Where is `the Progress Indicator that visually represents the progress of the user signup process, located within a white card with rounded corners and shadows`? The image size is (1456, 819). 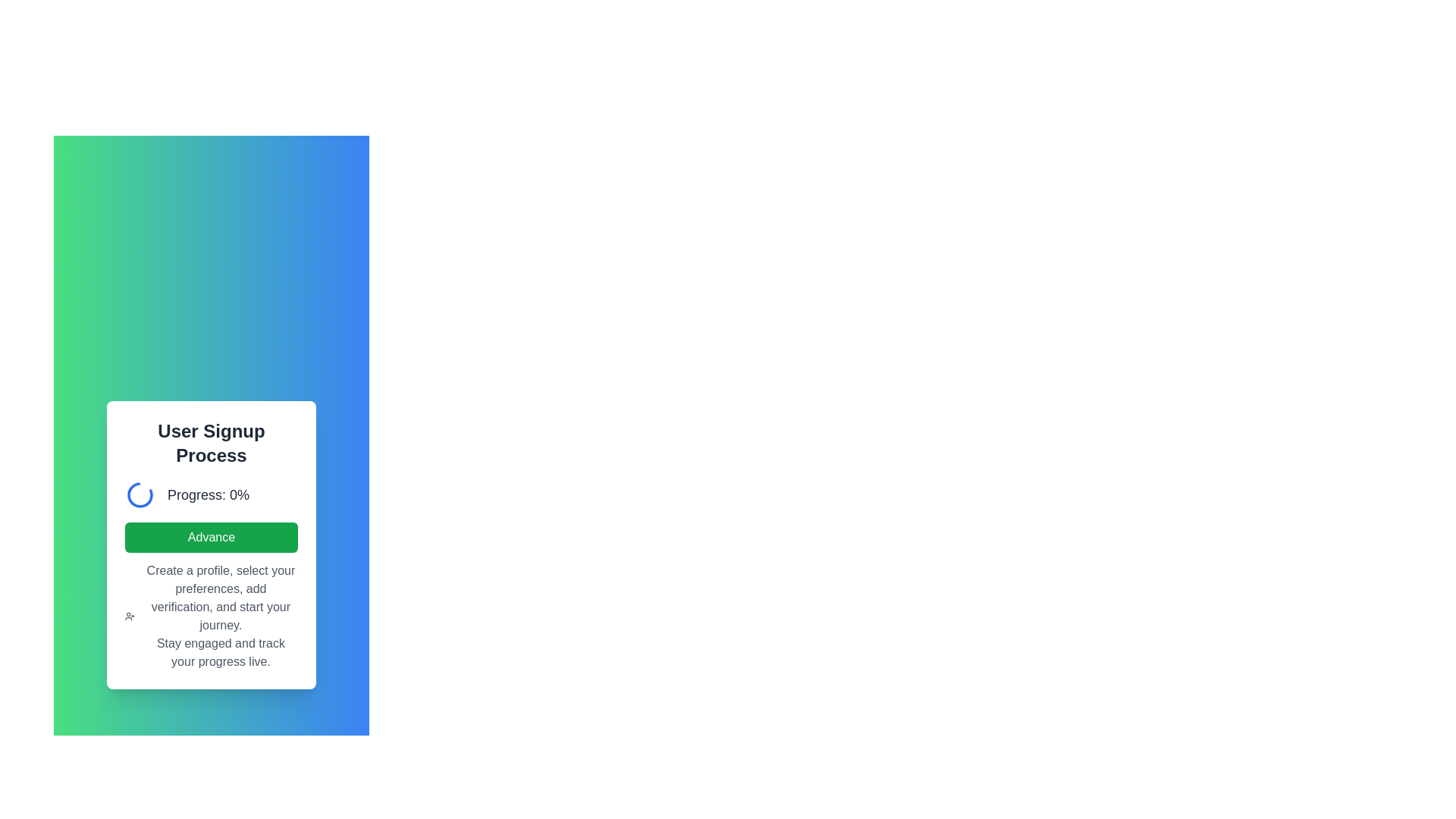 the Progress Indicator that visually represents the progress of the user signup process, located within a white card with rounded corners and shadows is located at coordinates (210, 494).